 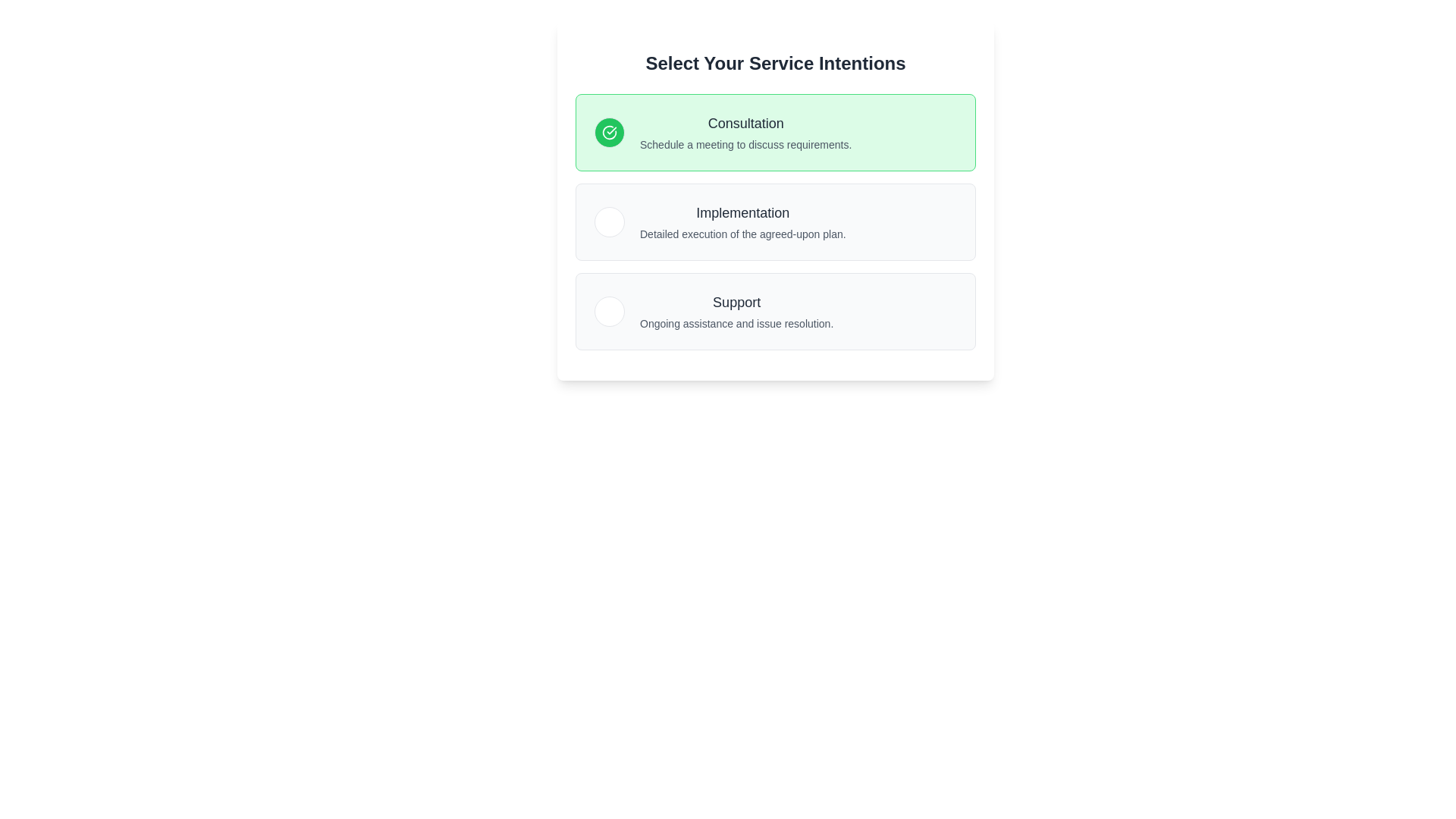 I want to click on the Information card that provides details about the 'Support' option, which is the third item in the vertical list of service intentions, so click(x=775, y=311).